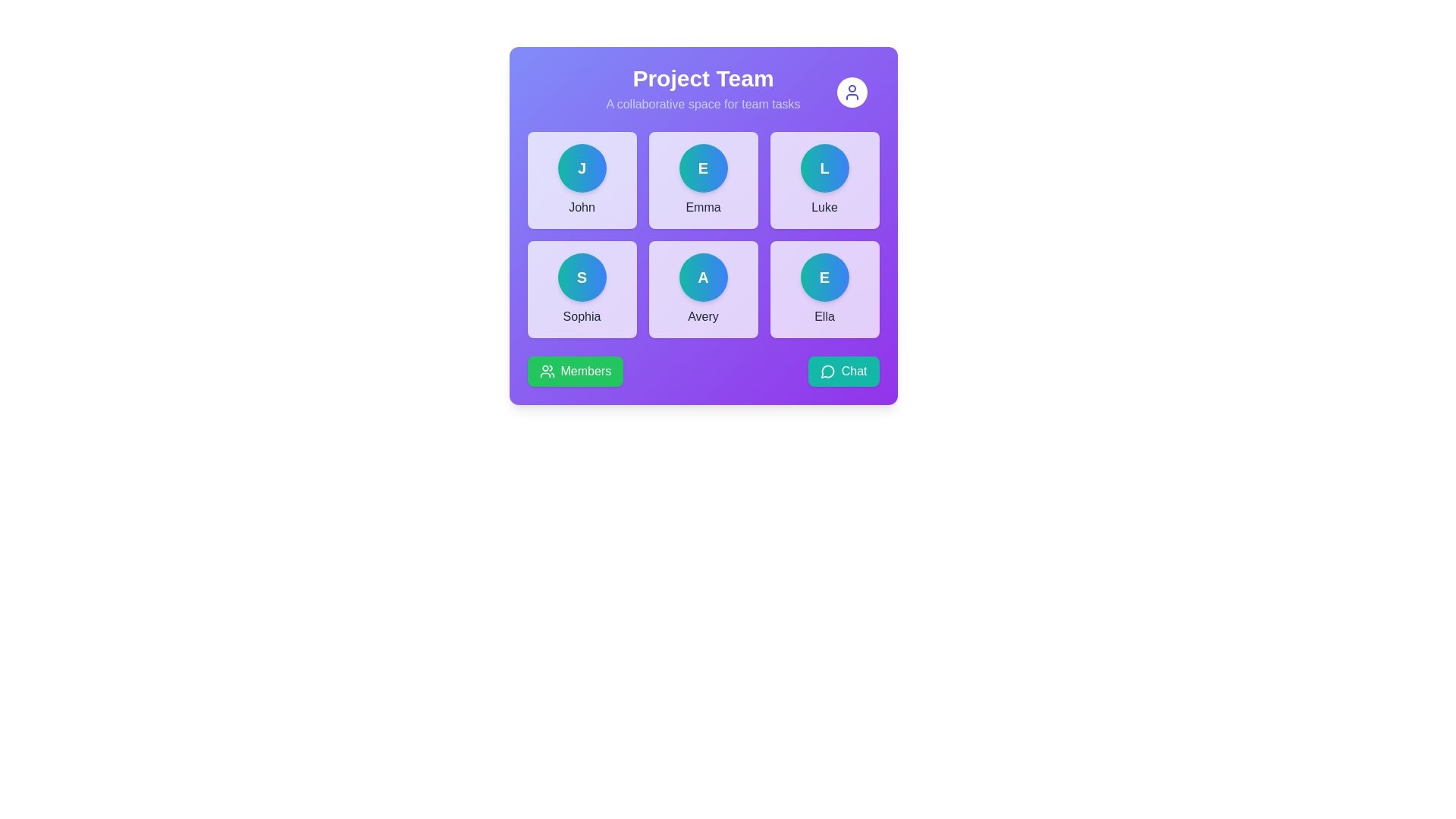  Describe the element at coordinates (581, 315) in the screenshot. I see `the text label displaying the name 'Sophia' located in the bottom left cell of the grid, directly below the circular avatar containing an 'S'` at that location.